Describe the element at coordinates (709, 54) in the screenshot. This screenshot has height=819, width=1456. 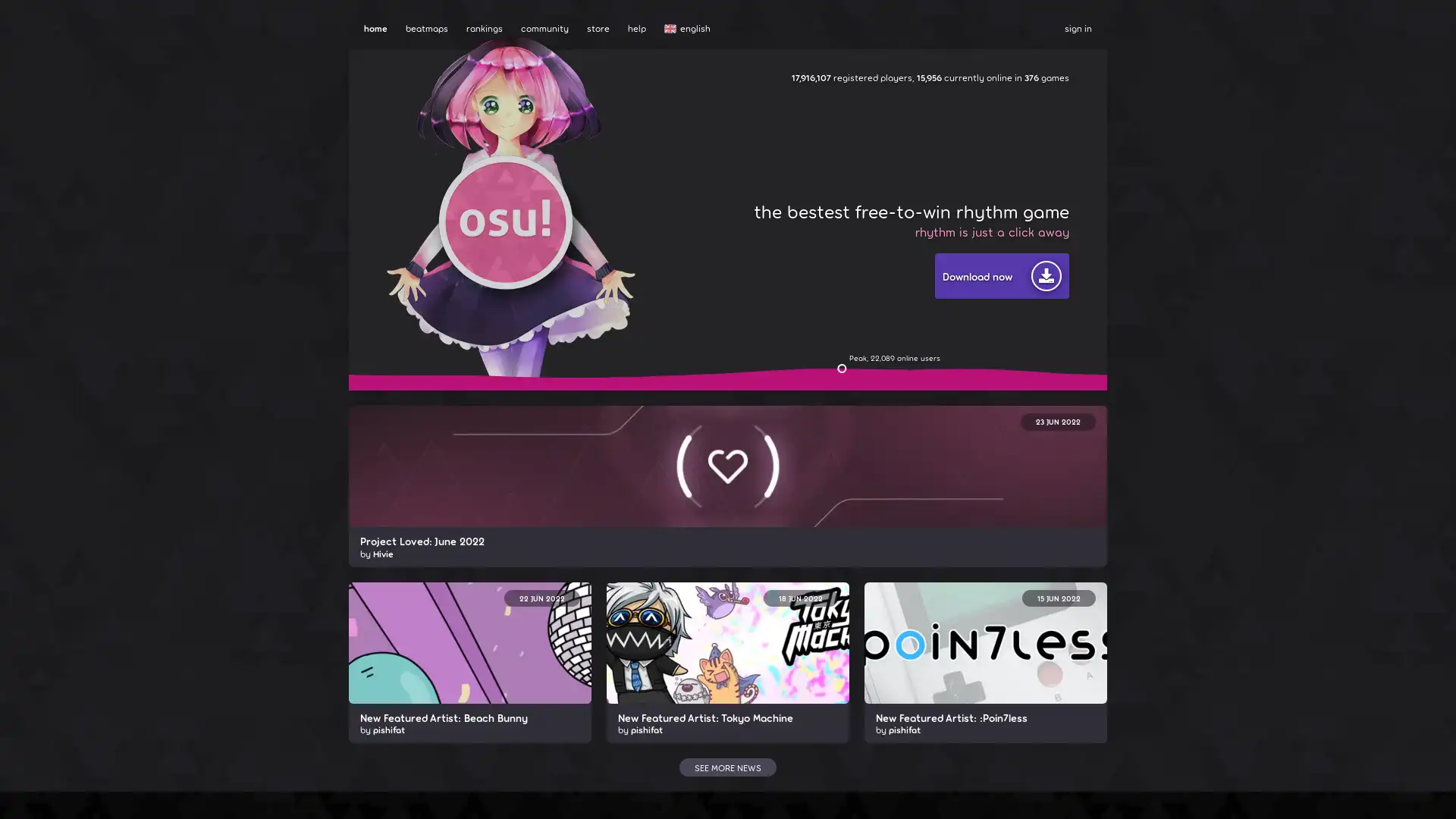
I see `english` at that location.